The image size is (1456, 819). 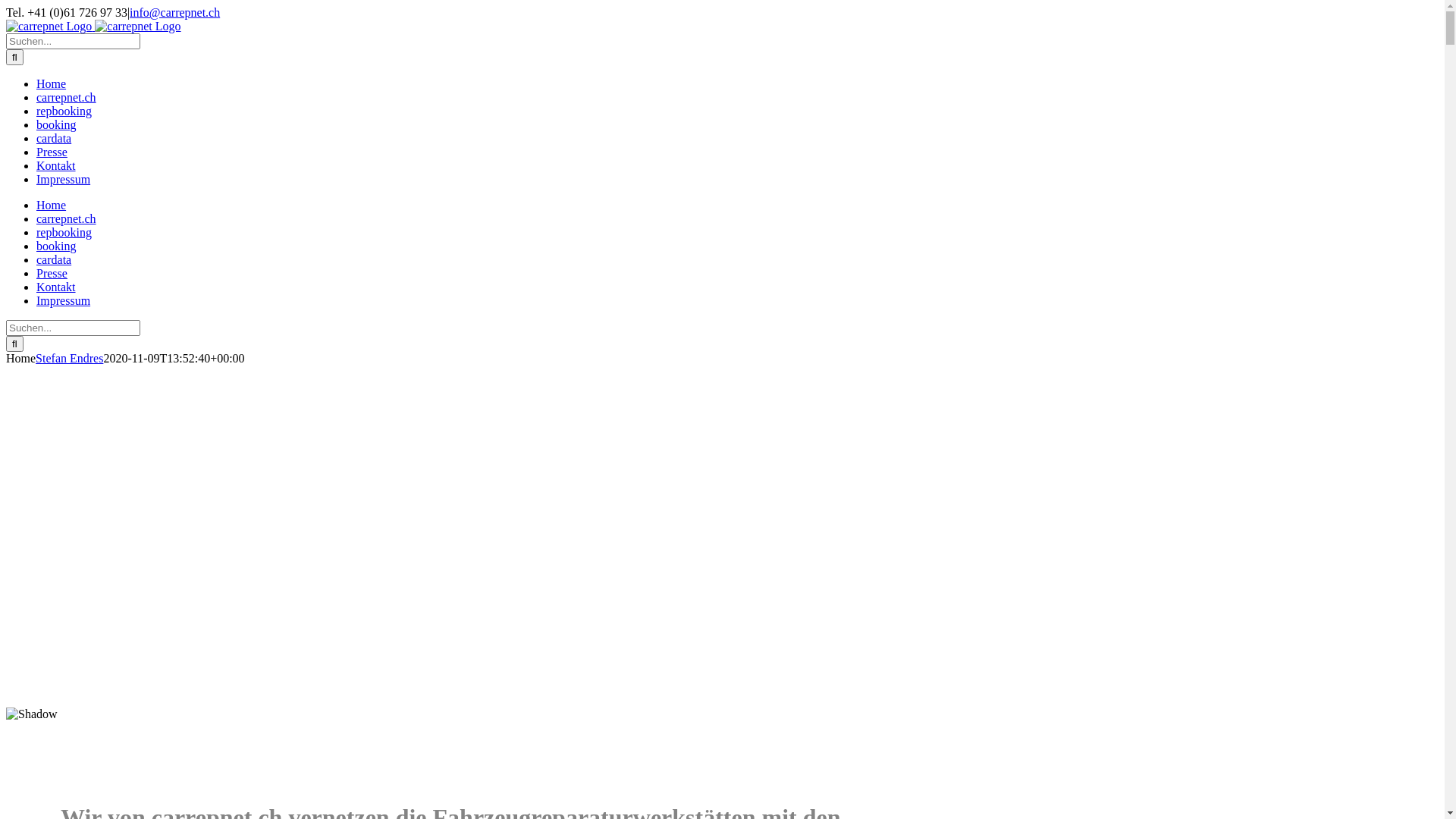 What do you see at coordinates (55, 124) in the screenshot?
I see `'booking'` at bounding box center [55, 124].